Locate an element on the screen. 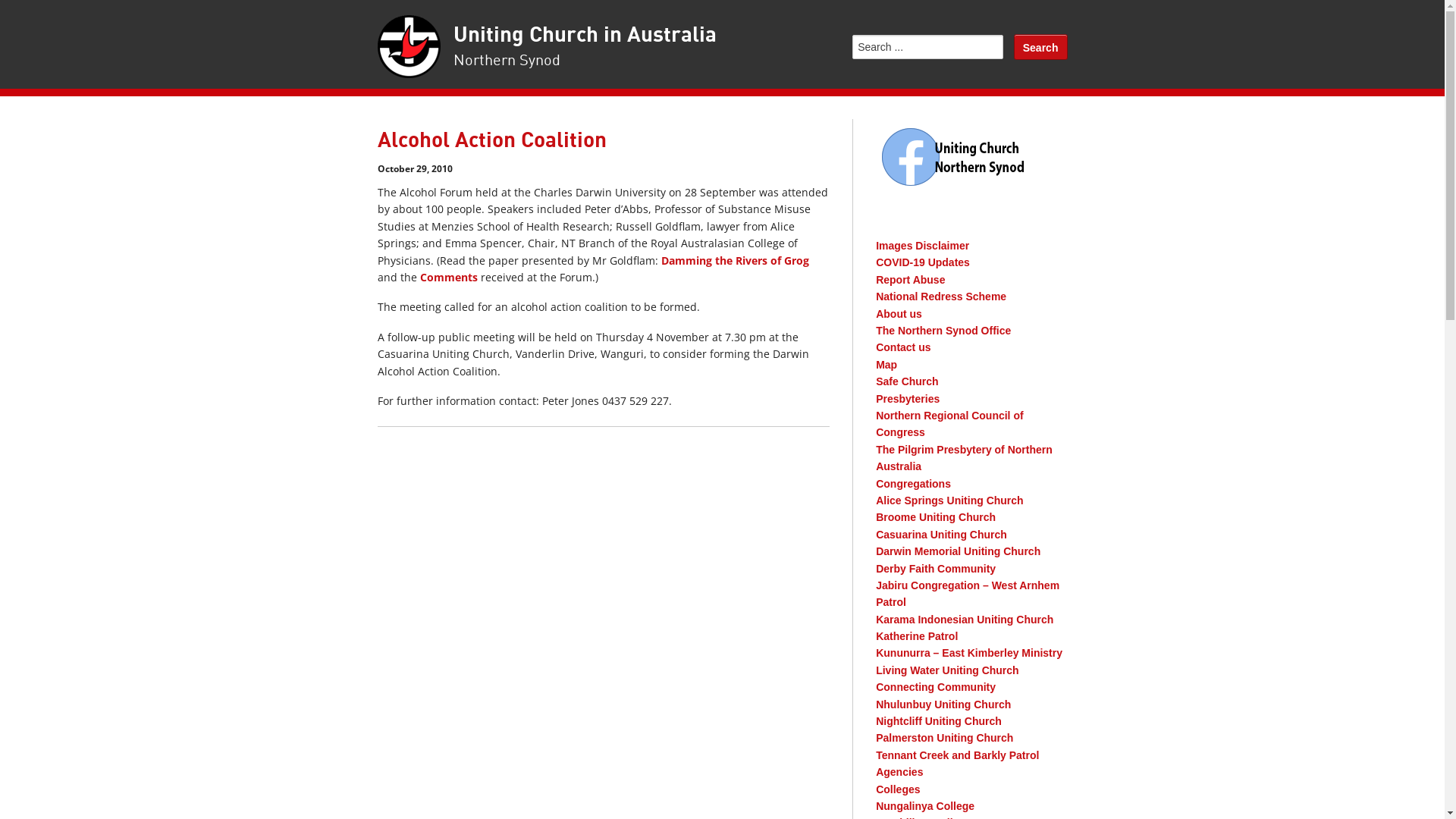  'Search' is located at coordinates (1040, 45).